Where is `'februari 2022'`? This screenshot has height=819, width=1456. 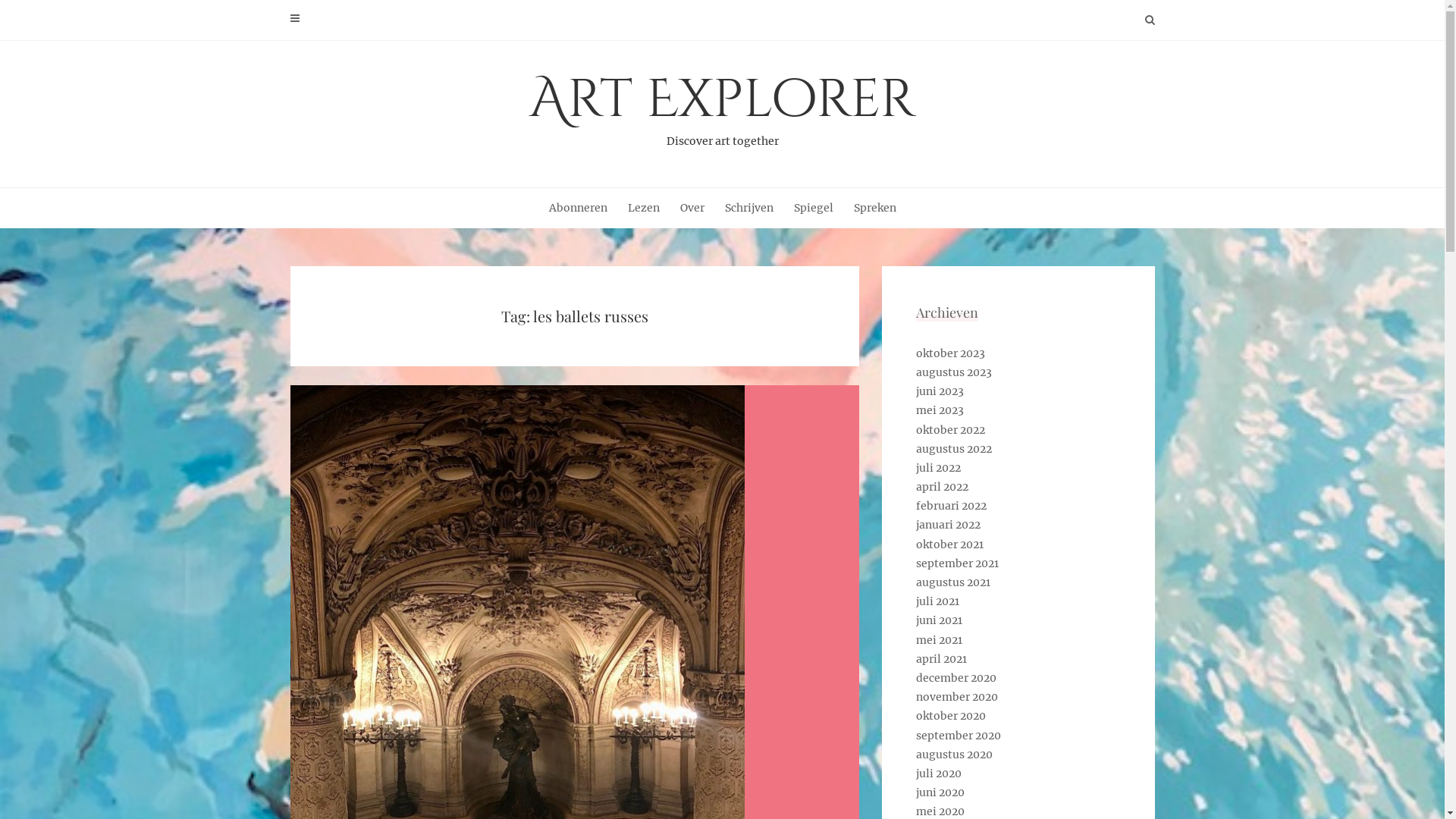 'februari 2022' is located at coordinates (950, 506).